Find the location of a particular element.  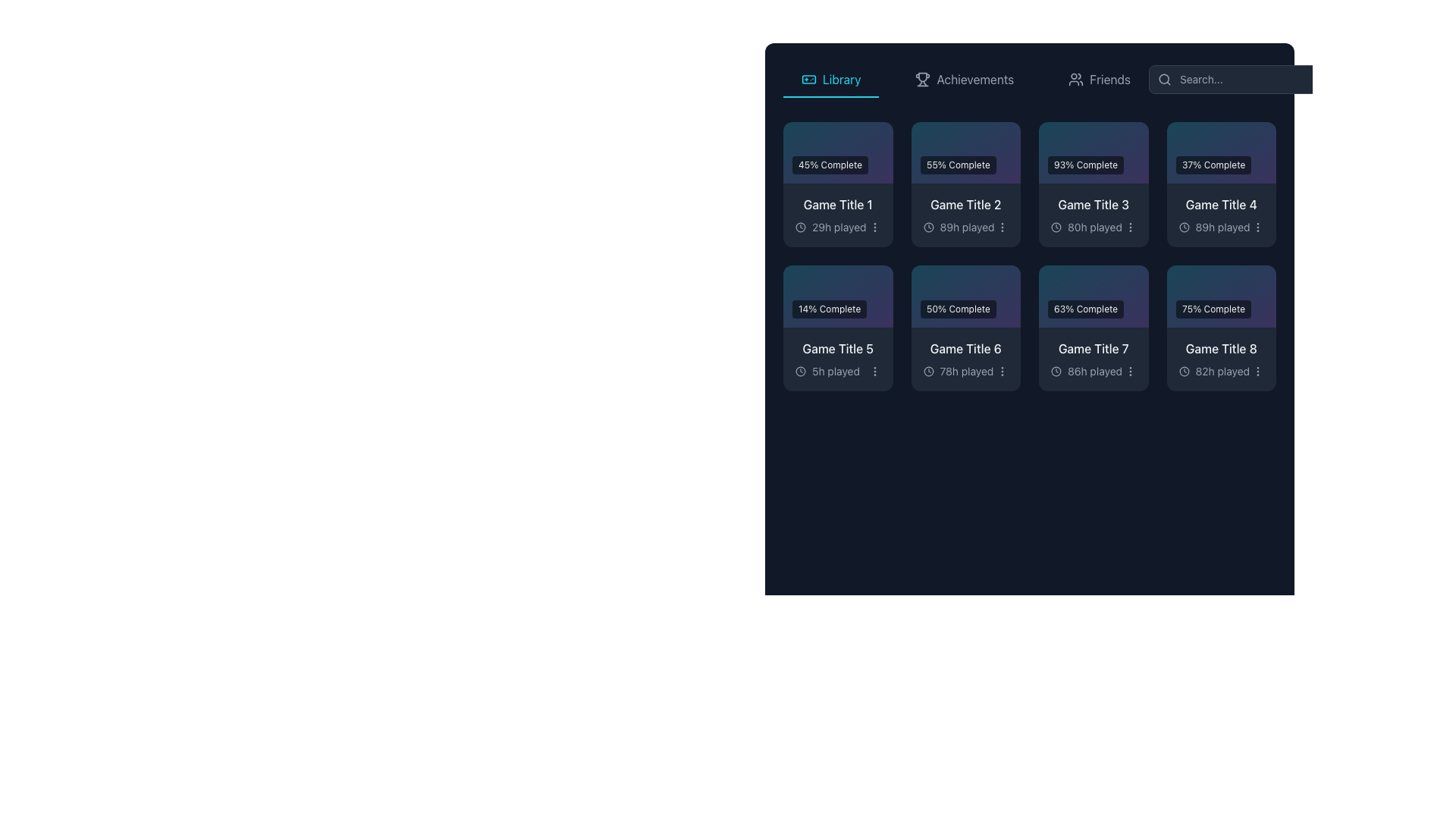

the Informational Label displaying a 93% completion rate for 'Game Title 3', located in the top-central row of the grid layout is located at coordinates (1094, 152).